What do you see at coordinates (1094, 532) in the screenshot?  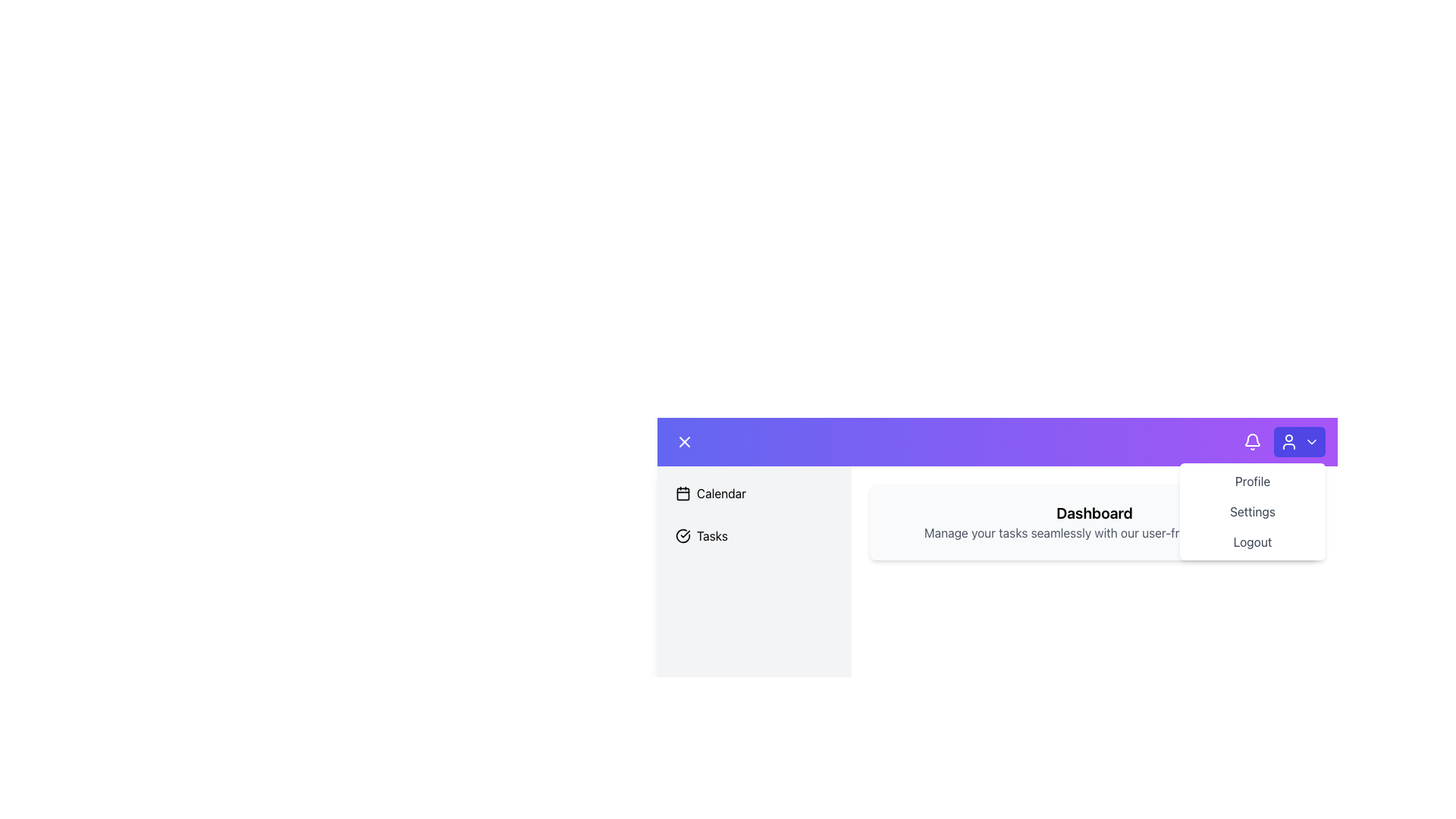 I see `the descriptive text display located directly below the 'Dashboard' header in the top-right section of the interface` at bounding box center [1094, 532].